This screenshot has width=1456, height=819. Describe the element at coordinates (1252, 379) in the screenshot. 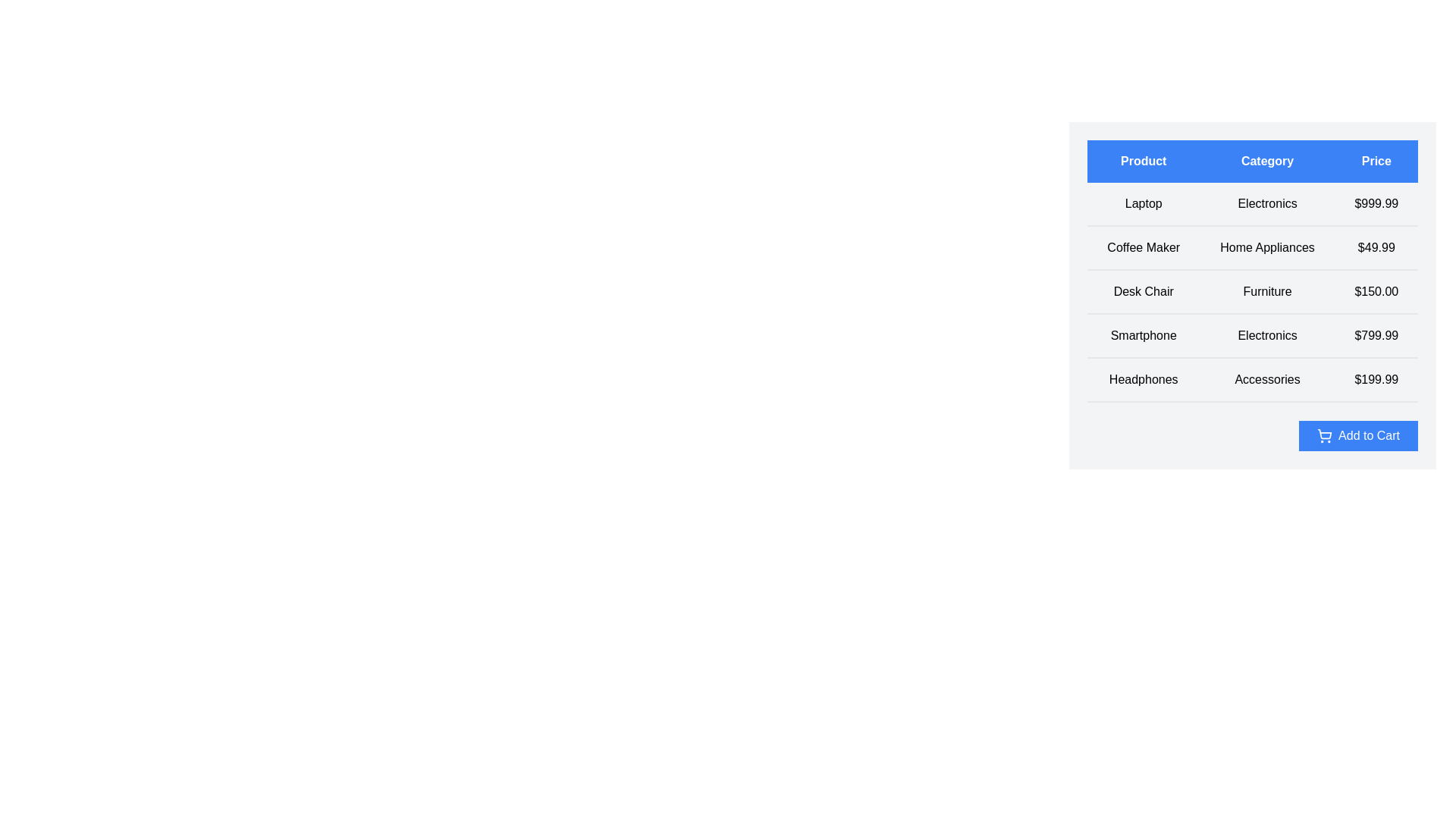

I see `the last row of the product table displaying 'Headphones'` at that location.